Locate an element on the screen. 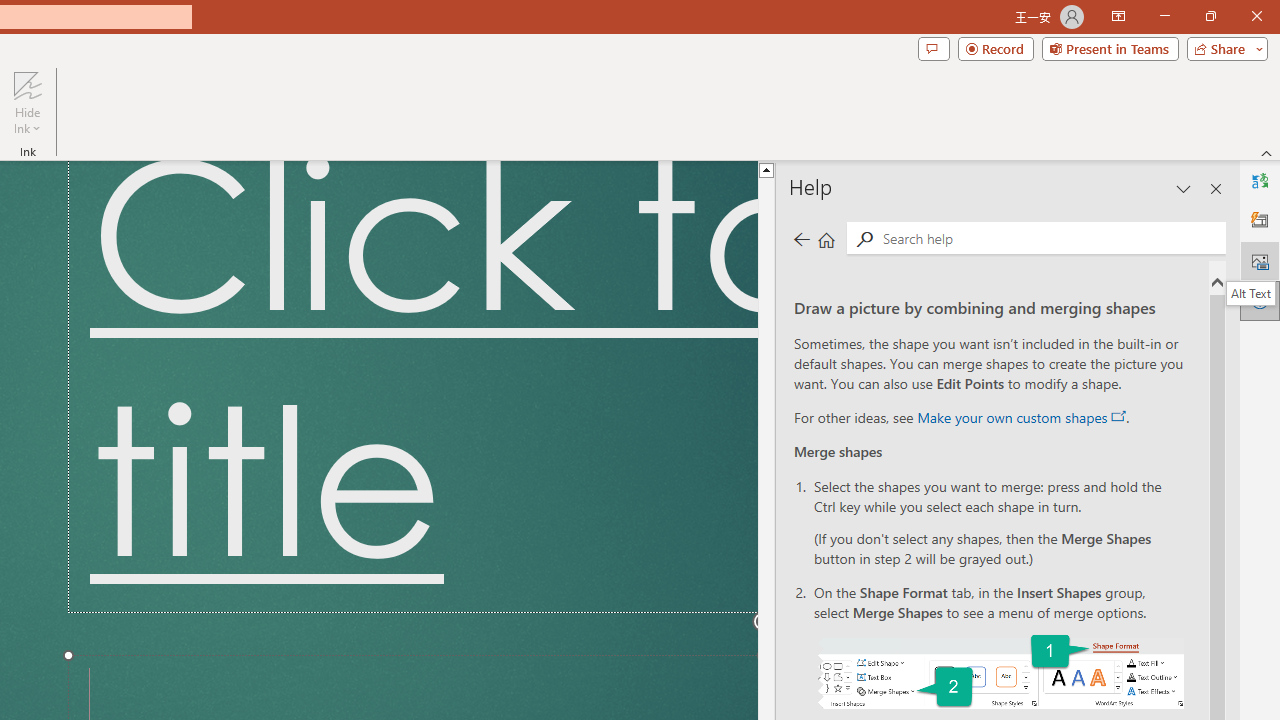 This screenshot has width=1280, height=720. 'Home' is located at coordinates (826, 238).